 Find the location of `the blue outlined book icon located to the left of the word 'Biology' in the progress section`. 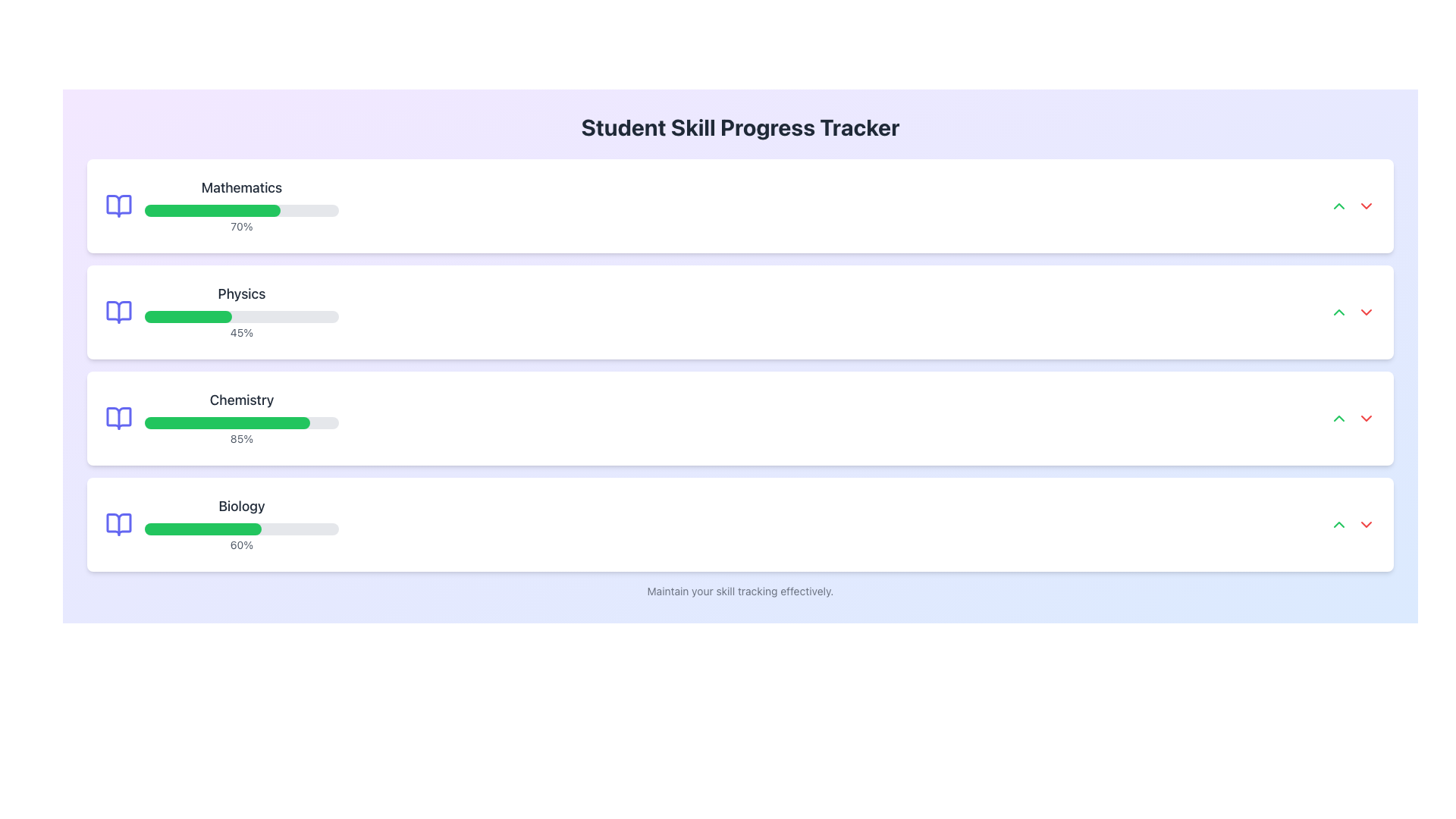

the blue outlined book icon located to the left of the word 'Biology' in the progress section is located at coordinates (118, 523).